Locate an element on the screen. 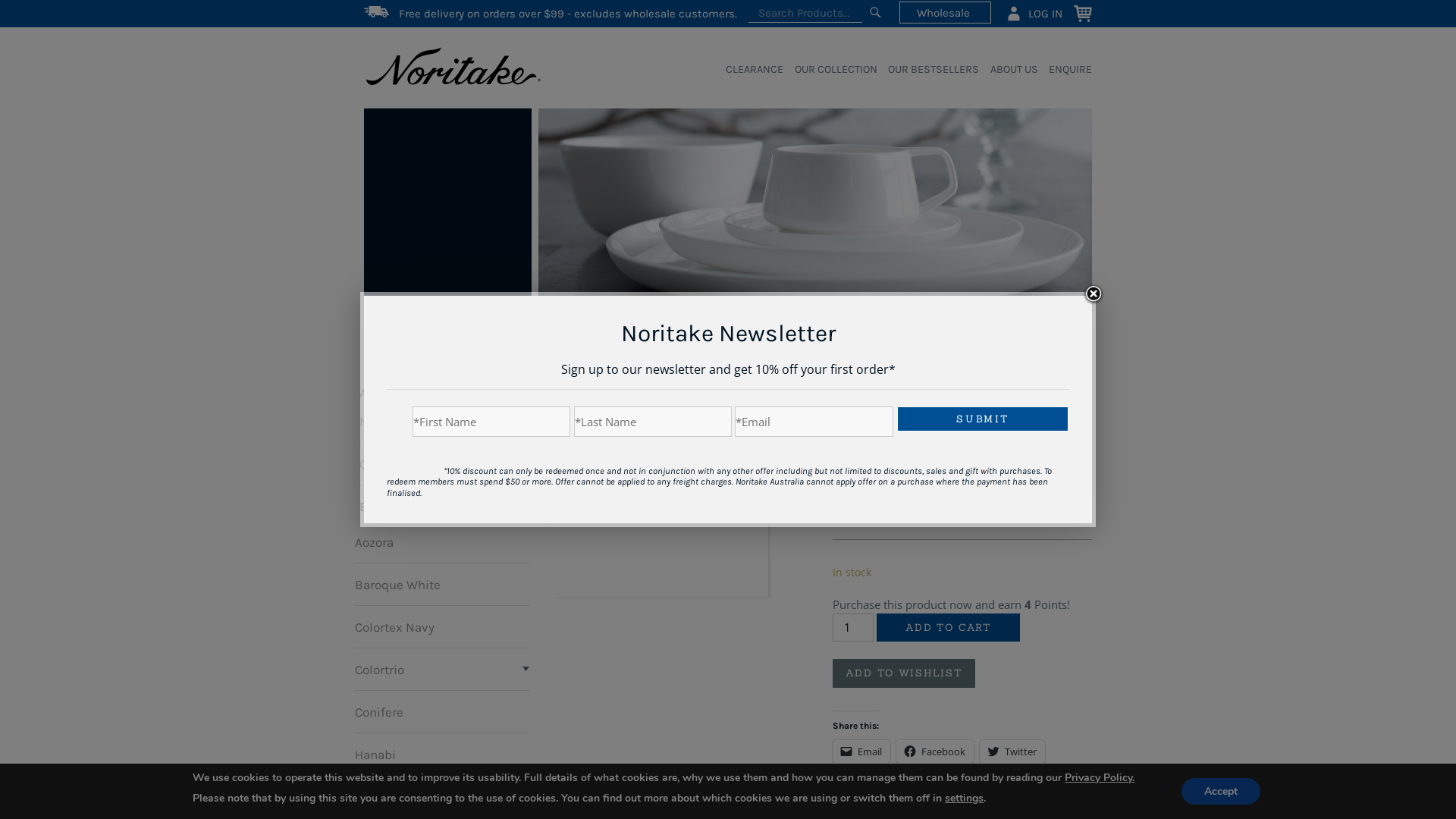 The image size is (1456, 819). 'Submit' is located at coordinates (983, 419).